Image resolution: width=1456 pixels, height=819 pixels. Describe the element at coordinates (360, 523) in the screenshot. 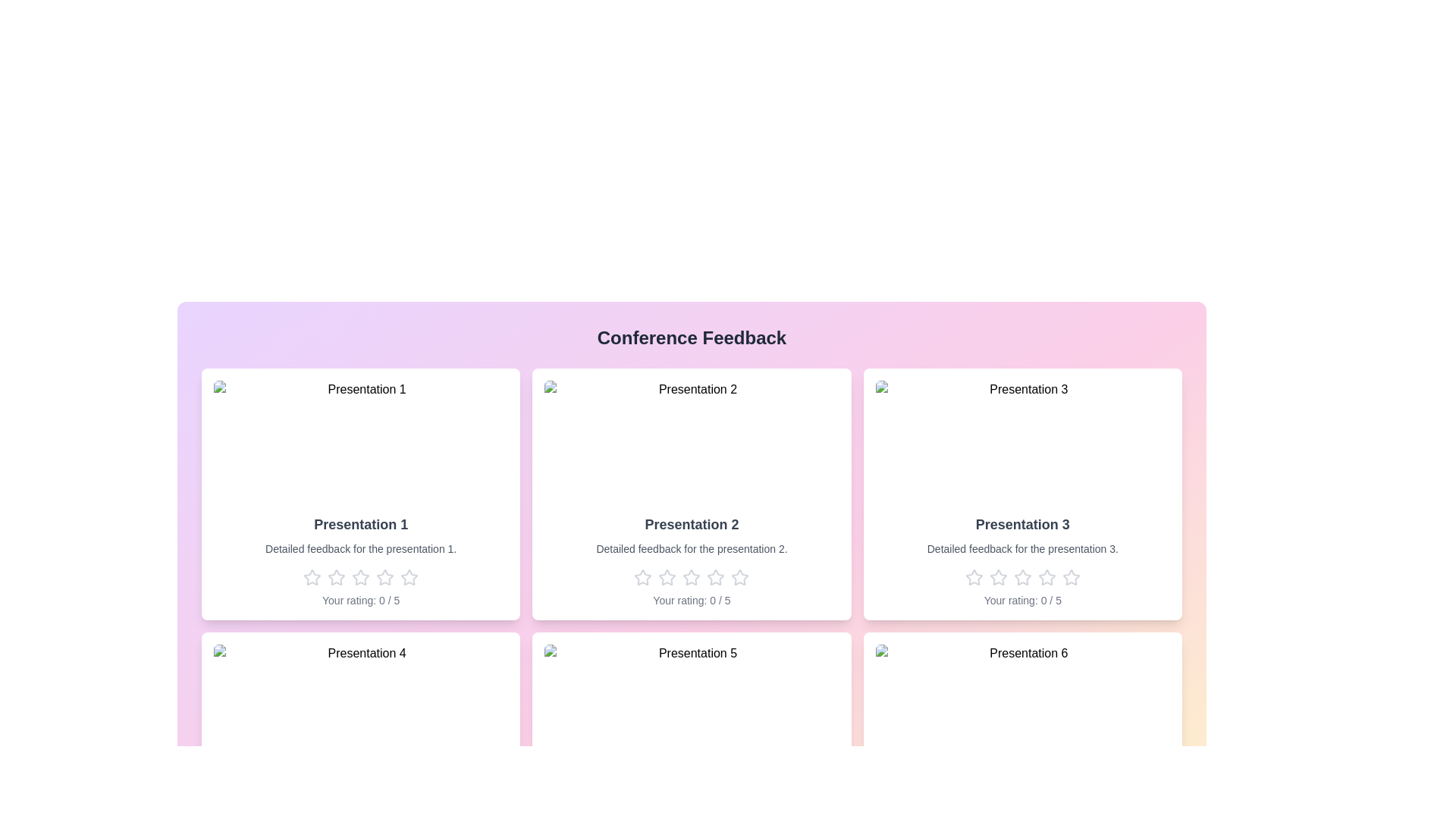

I see `the title of Presentation 1 to view its details` at that location.